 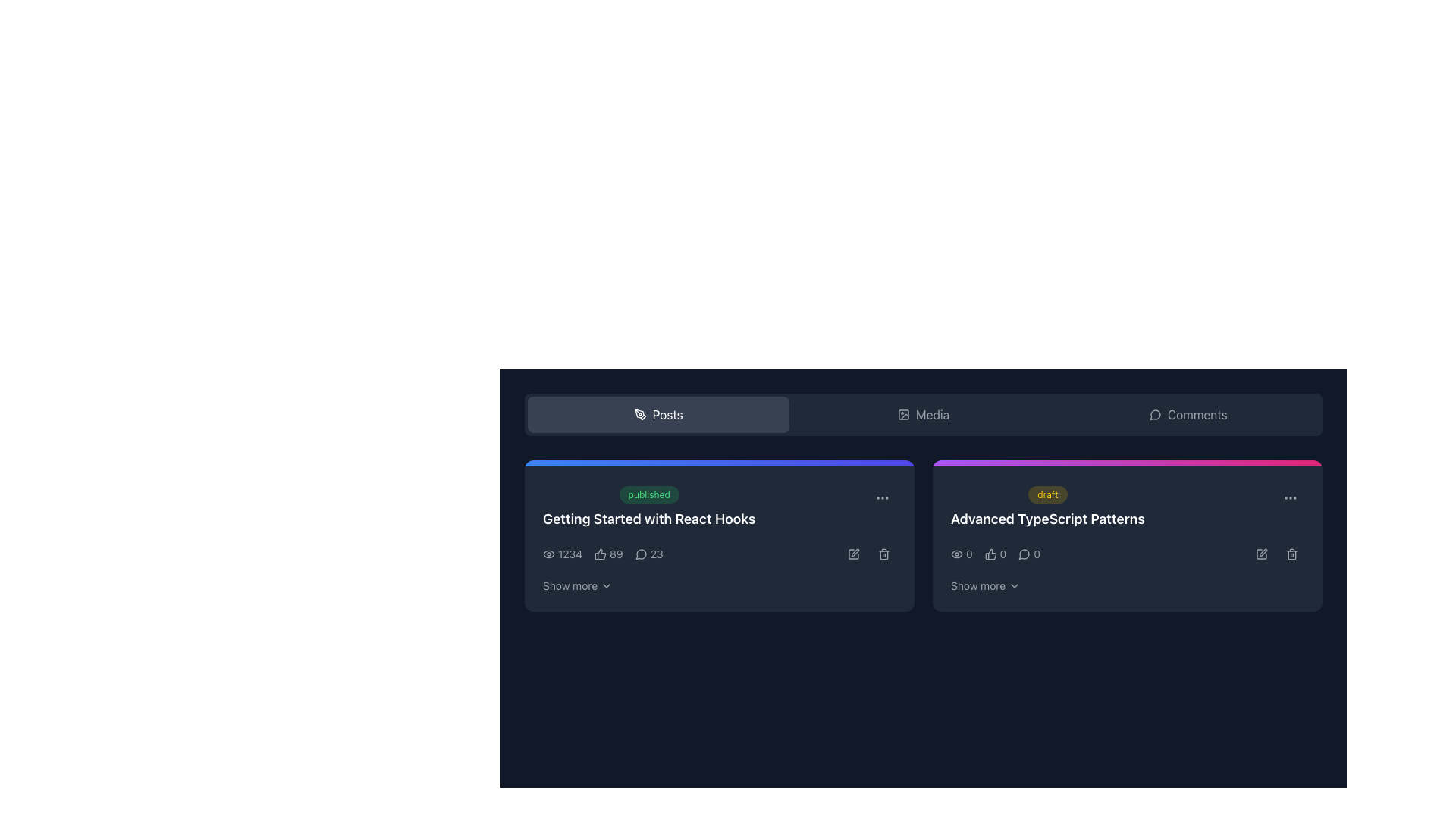 What do you see at coordinates (996, 554) in the screenshot?
I see `the thumbs-up icon in the grouped UI composition displaying the like count for the card labeled 'Advanced TypeScript Patterns' to increment or register a 'like'` at bounding box center [996, 554].